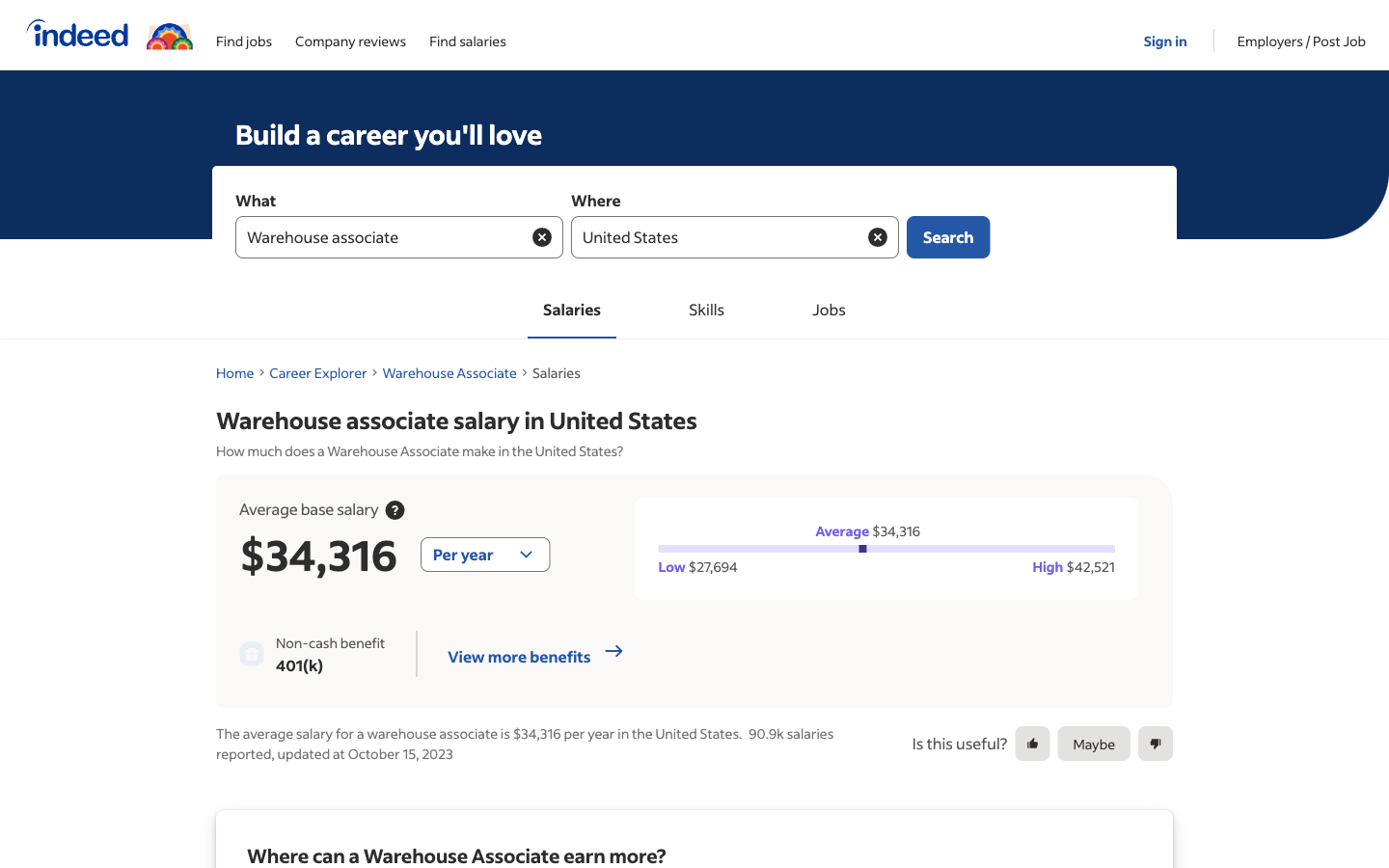  Describe the element at coordinates (393, 509) in the screenshot. I see `prevailing wage data` at that location.